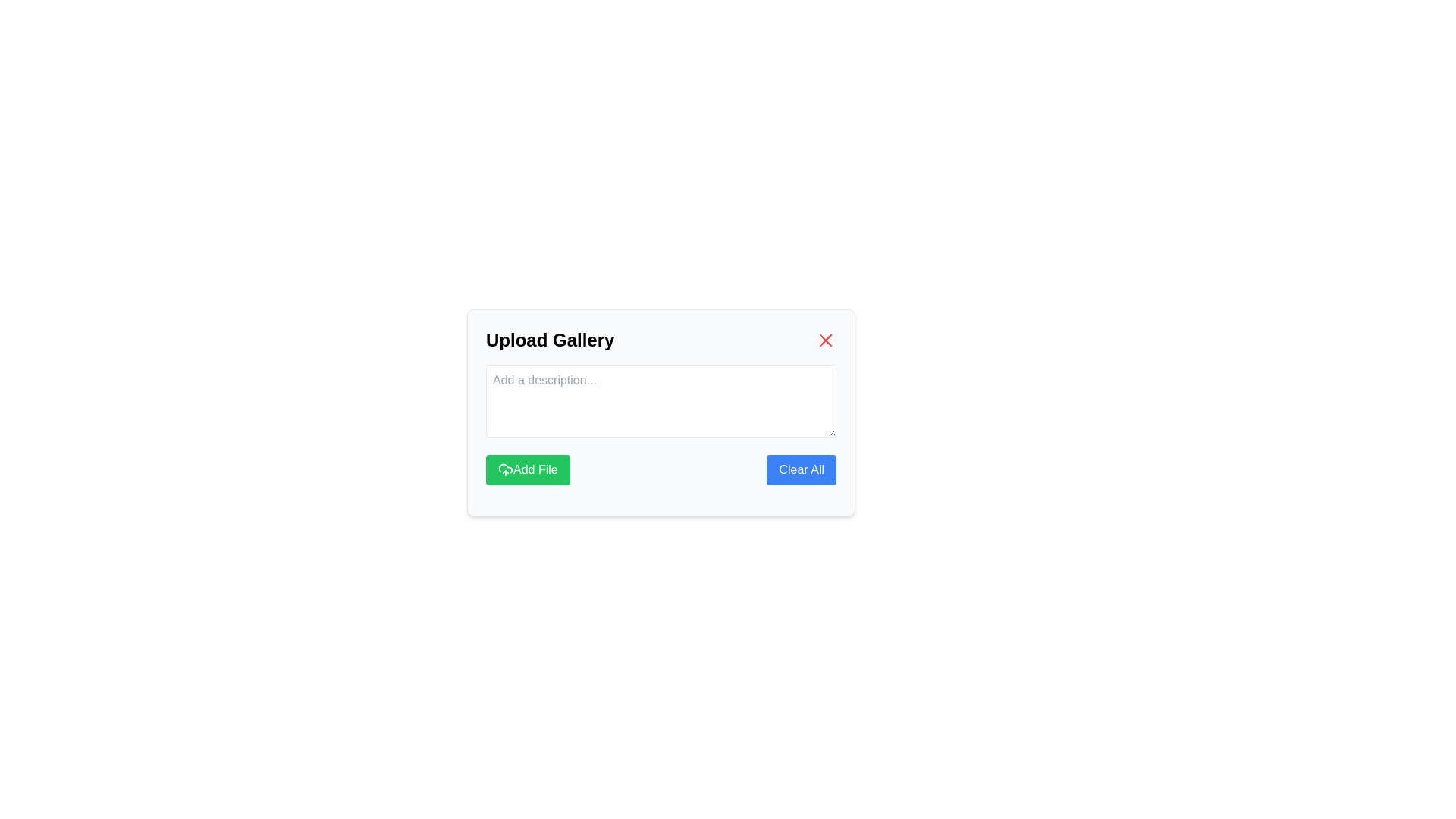  I want to click on the clear/reset button located in the bottom-right corner of the modal to observe its hover effect, so click(801, 469).